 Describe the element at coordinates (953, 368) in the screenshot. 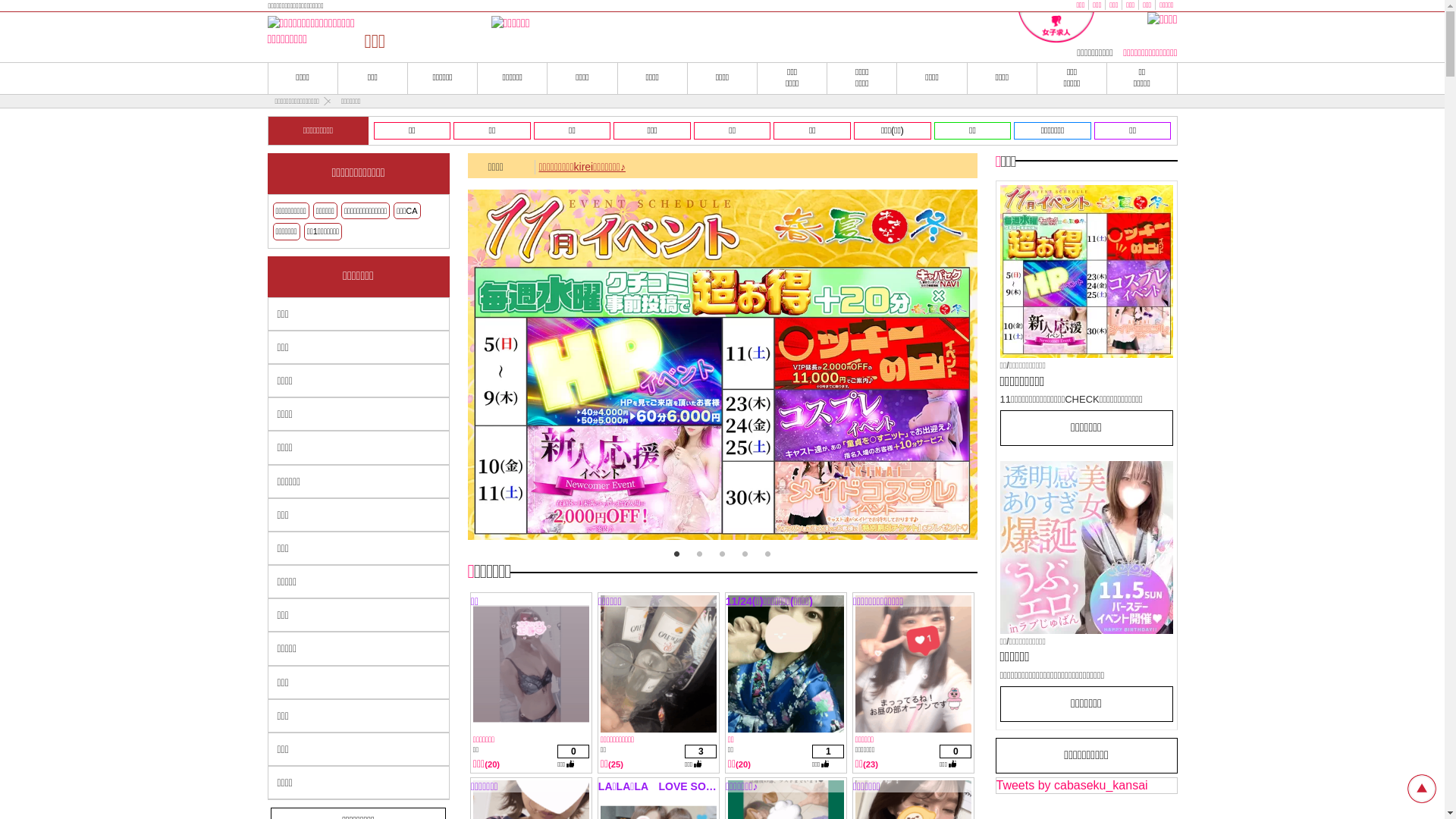

I see `'Next'` at that location.